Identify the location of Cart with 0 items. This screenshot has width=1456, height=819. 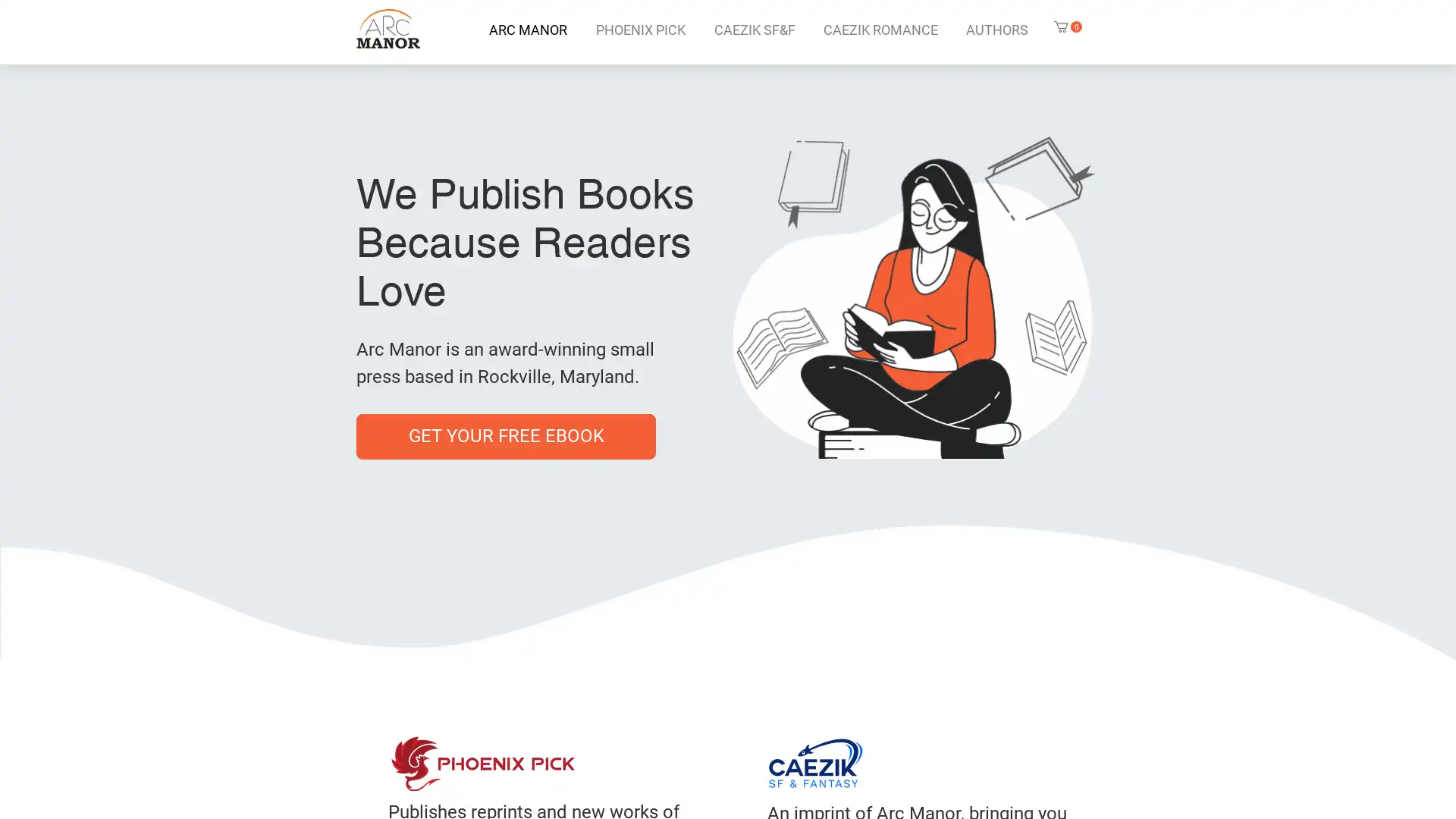
(1067, 27).